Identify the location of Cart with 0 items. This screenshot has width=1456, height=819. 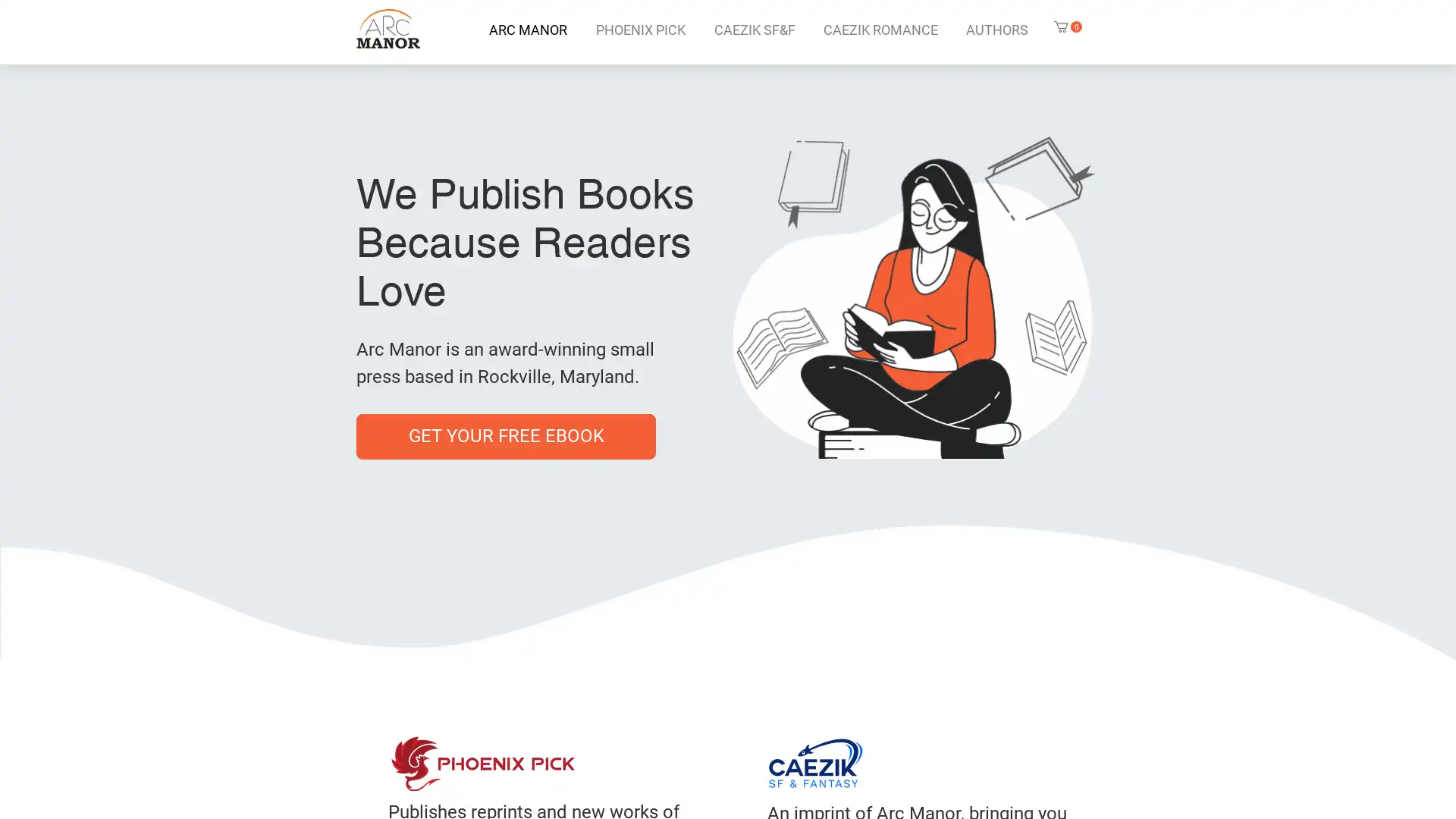
(1067, 27).